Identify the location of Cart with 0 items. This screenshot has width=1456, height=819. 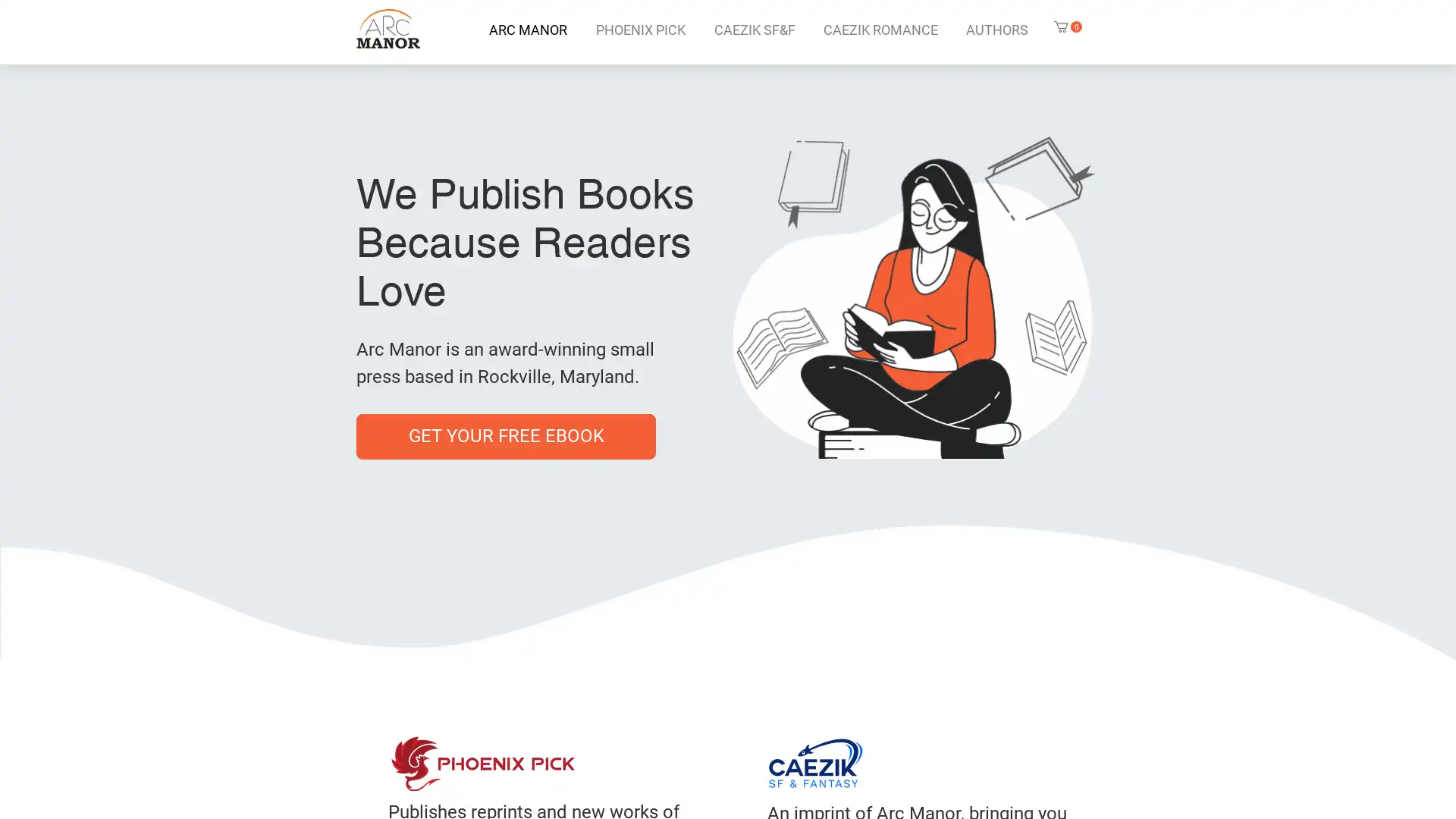
(1067, 27).